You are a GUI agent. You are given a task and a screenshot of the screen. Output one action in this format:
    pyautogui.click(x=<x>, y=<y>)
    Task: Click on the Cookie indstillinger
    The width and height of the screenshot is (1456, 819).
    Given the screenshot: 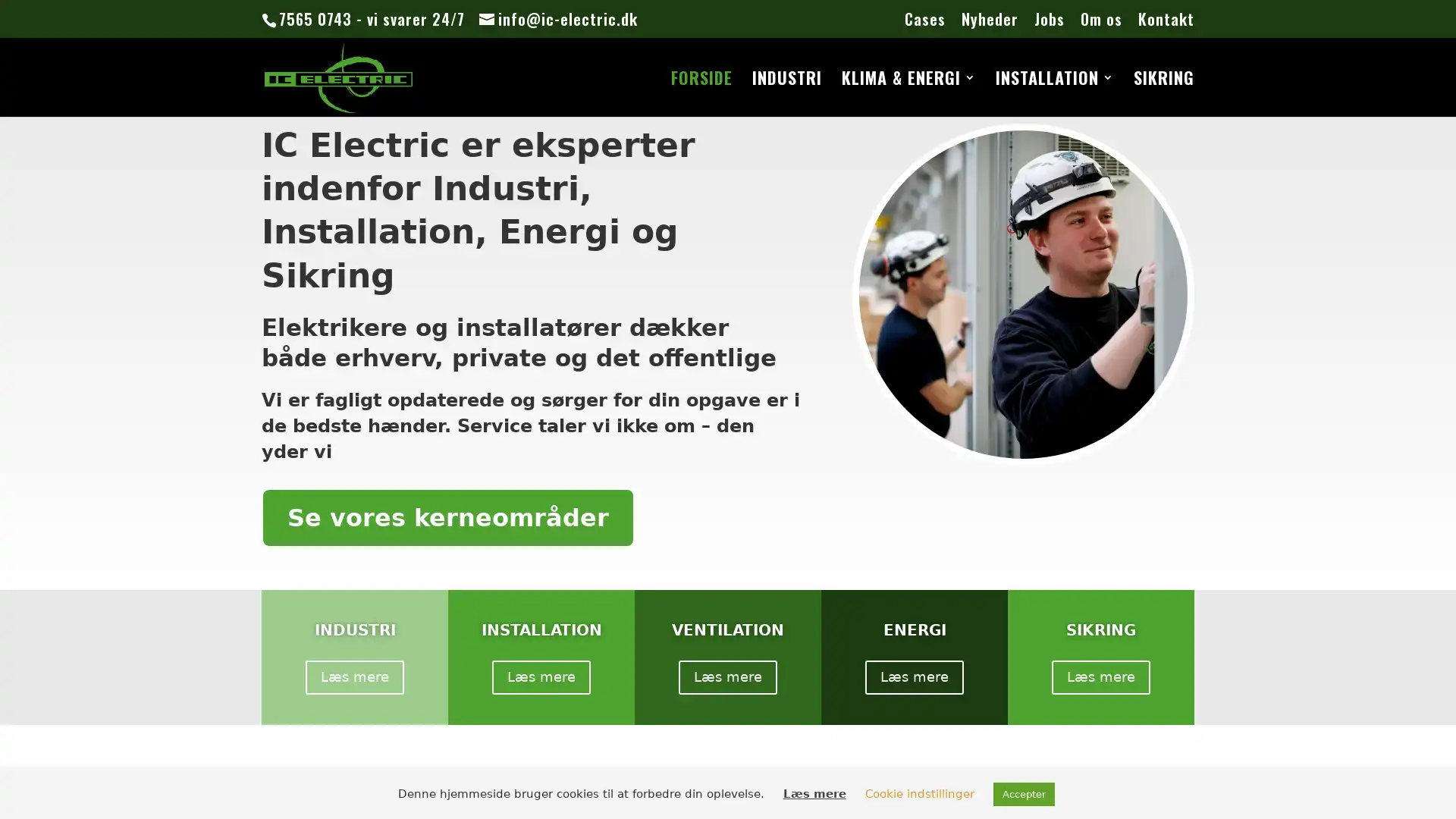 What is the action you would take?
    pyautogui.click(x=918, y=792)
    